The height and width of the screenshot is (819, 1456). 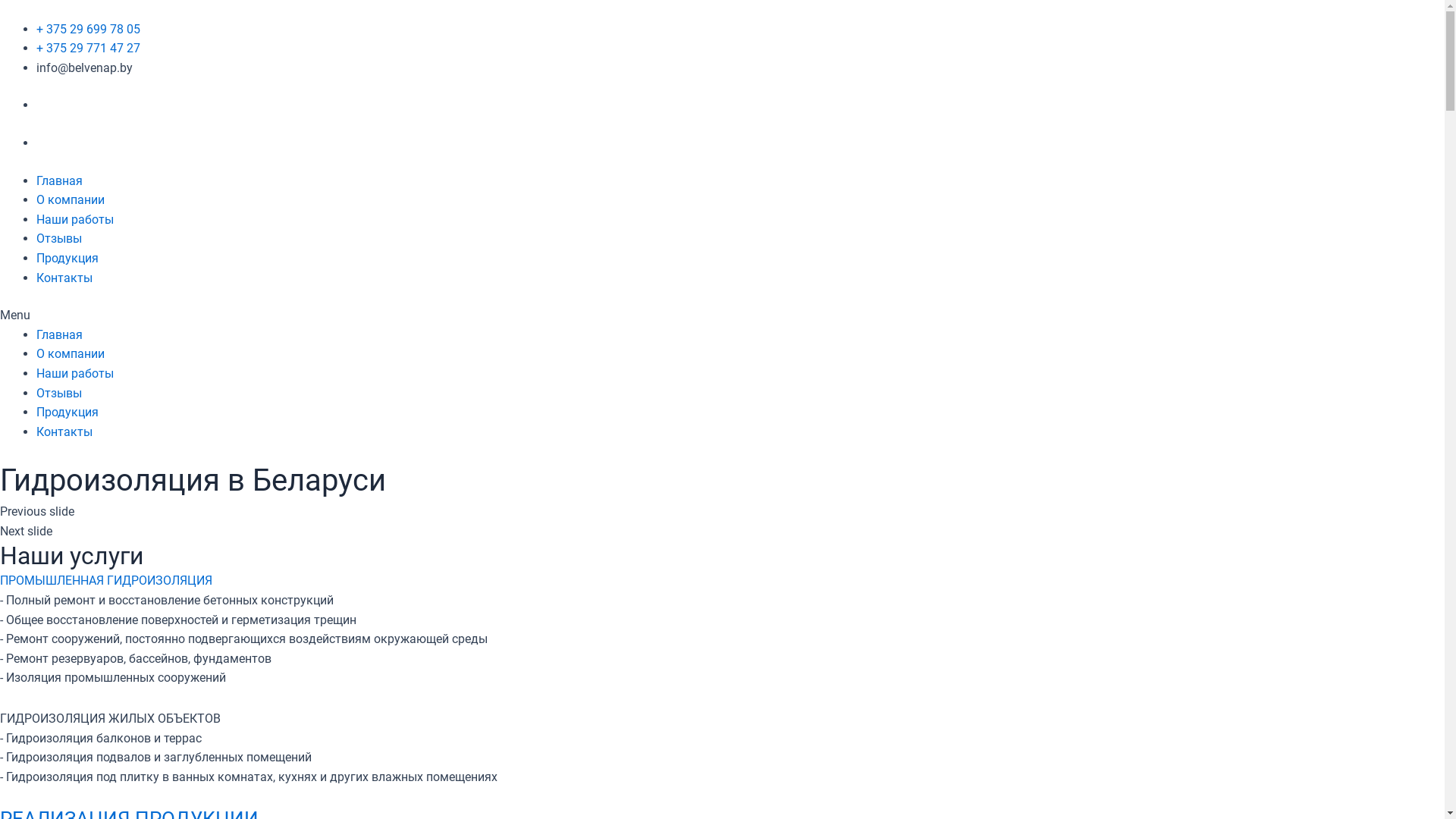 What do you see at coordinates (87, 29) in the screenshot?
I see `'+ 375 29 699 78 05'` at bounding box center [87, 29].